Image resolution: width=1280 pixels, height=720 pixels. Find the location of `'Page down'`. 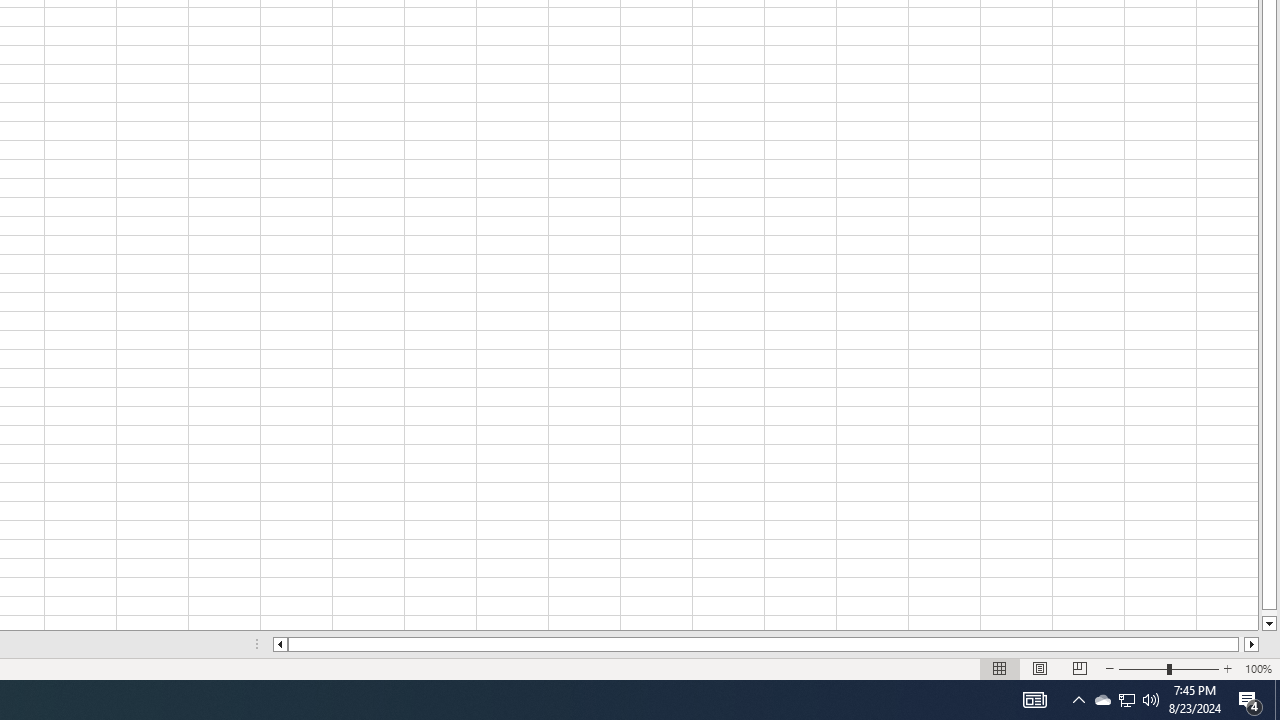

'Page down' is located at coordinates (1268, 612).